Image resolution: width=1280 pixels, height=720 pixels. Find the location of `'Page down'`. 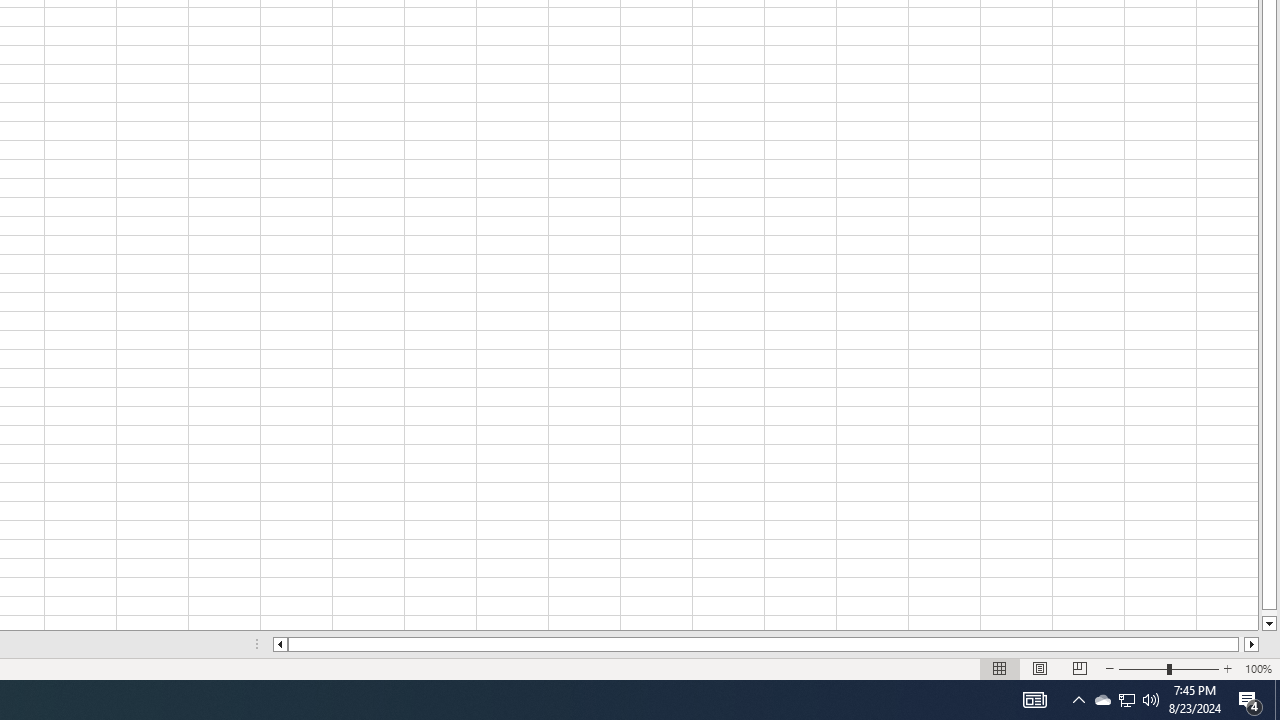

'Page down' is located at coordinates (1268, 612).